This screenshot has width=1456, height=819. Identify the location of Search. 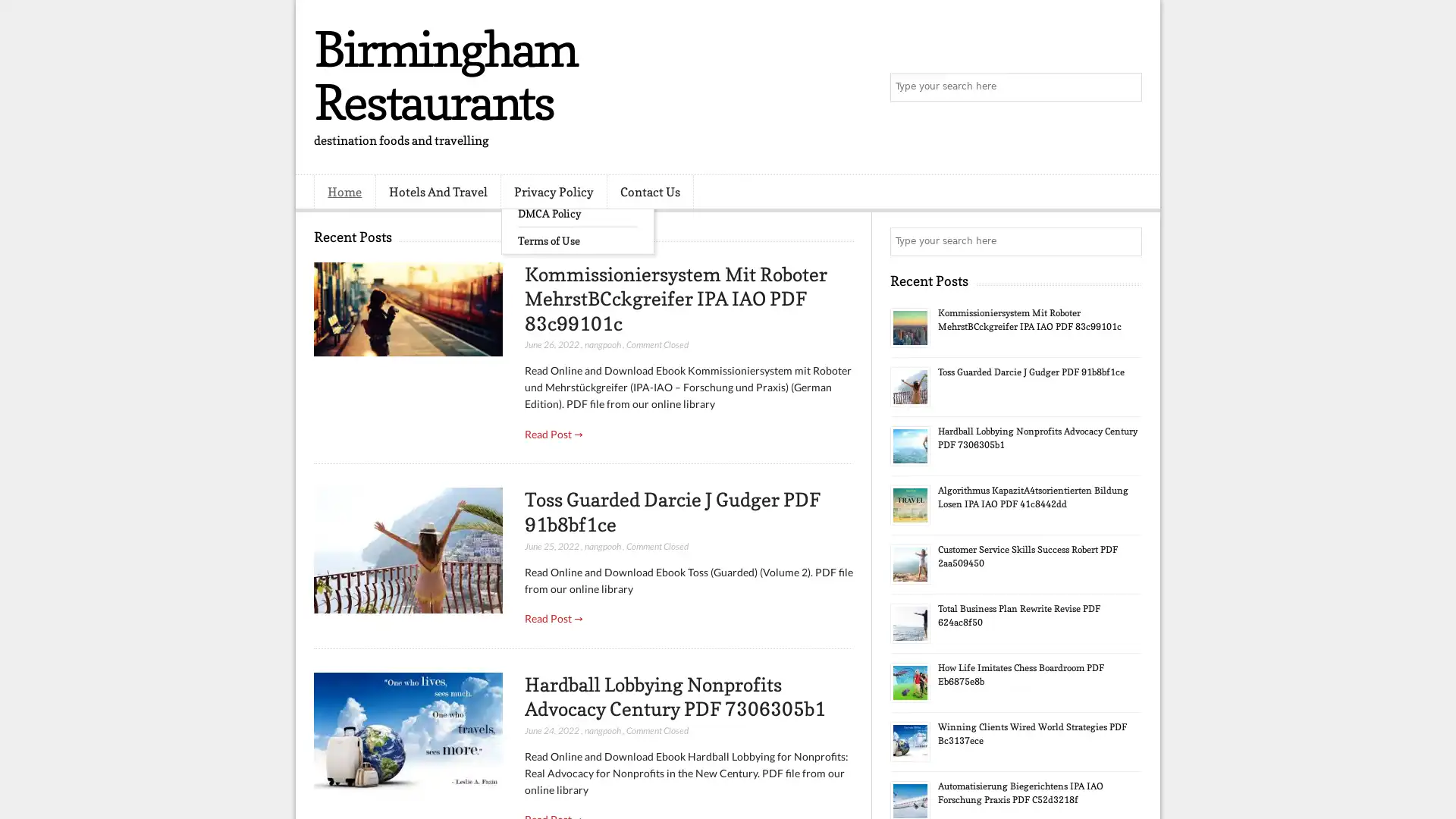
(1126, 87).